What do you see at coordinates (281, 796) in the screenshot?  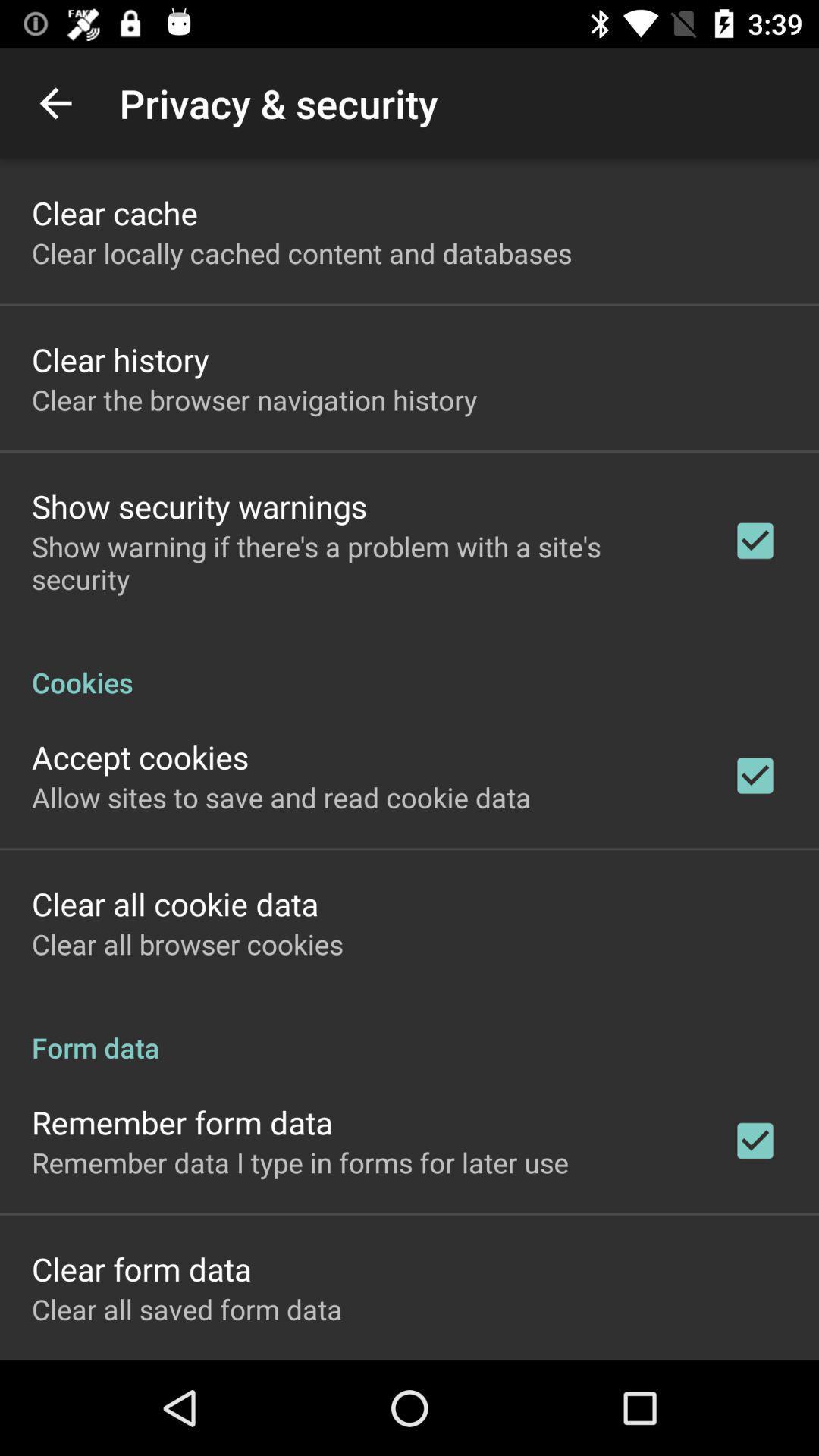 I see `the icon above the clear all cookie` at bounding box center [281, 796].